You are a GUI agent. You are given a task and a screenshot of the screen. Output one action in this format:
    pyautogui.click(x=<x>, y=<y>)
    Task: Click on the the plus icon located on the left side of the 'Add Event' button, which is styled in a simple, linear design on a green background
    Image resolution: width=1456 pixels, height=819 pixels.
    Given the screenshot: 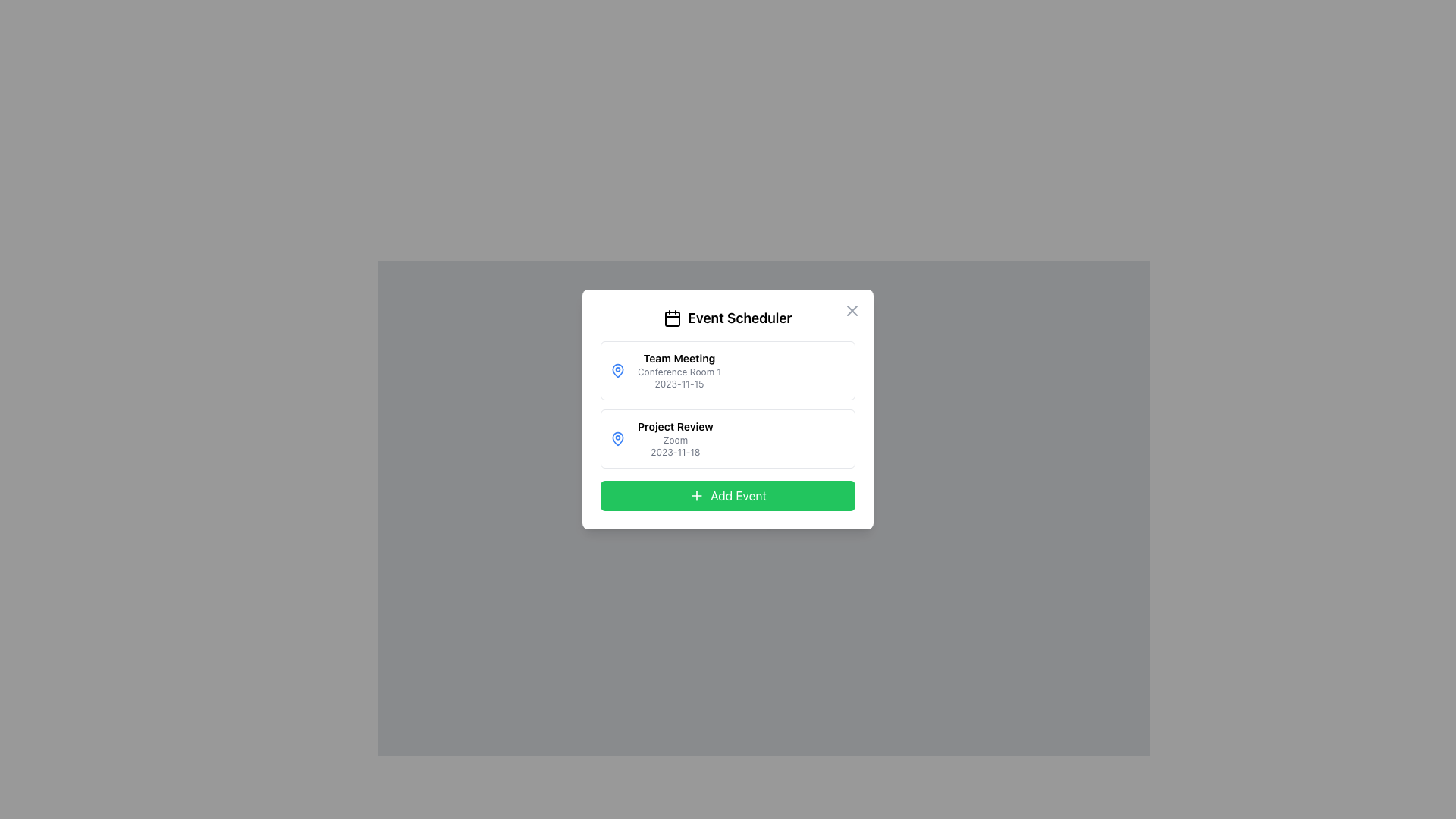 What is the action you would take?
    pyautogui.click(x=696, y=496)
    